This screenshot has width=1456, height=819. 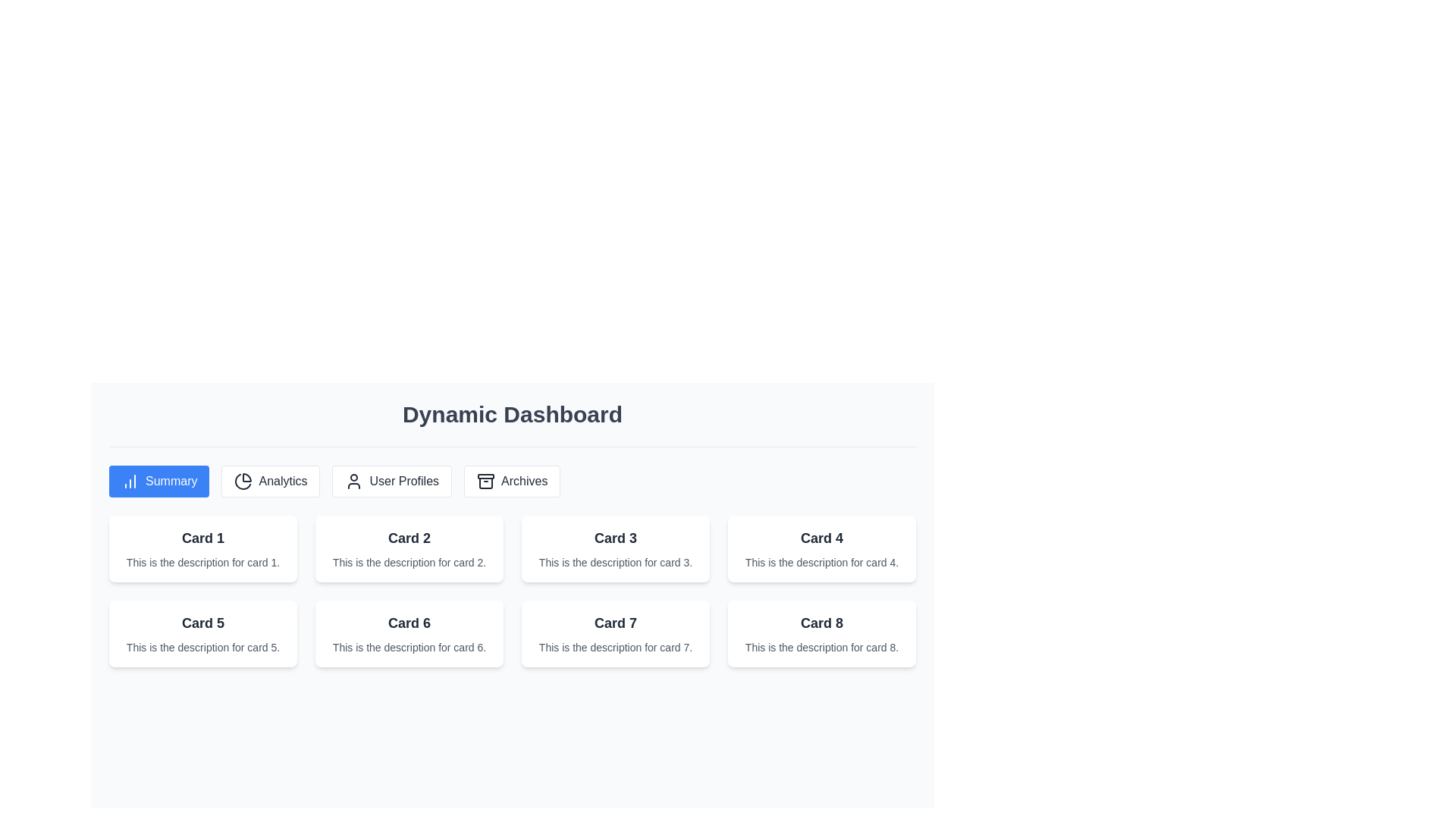 I want to click on the title label of the fourth card in the grid layout, so click(x=821, y=537).